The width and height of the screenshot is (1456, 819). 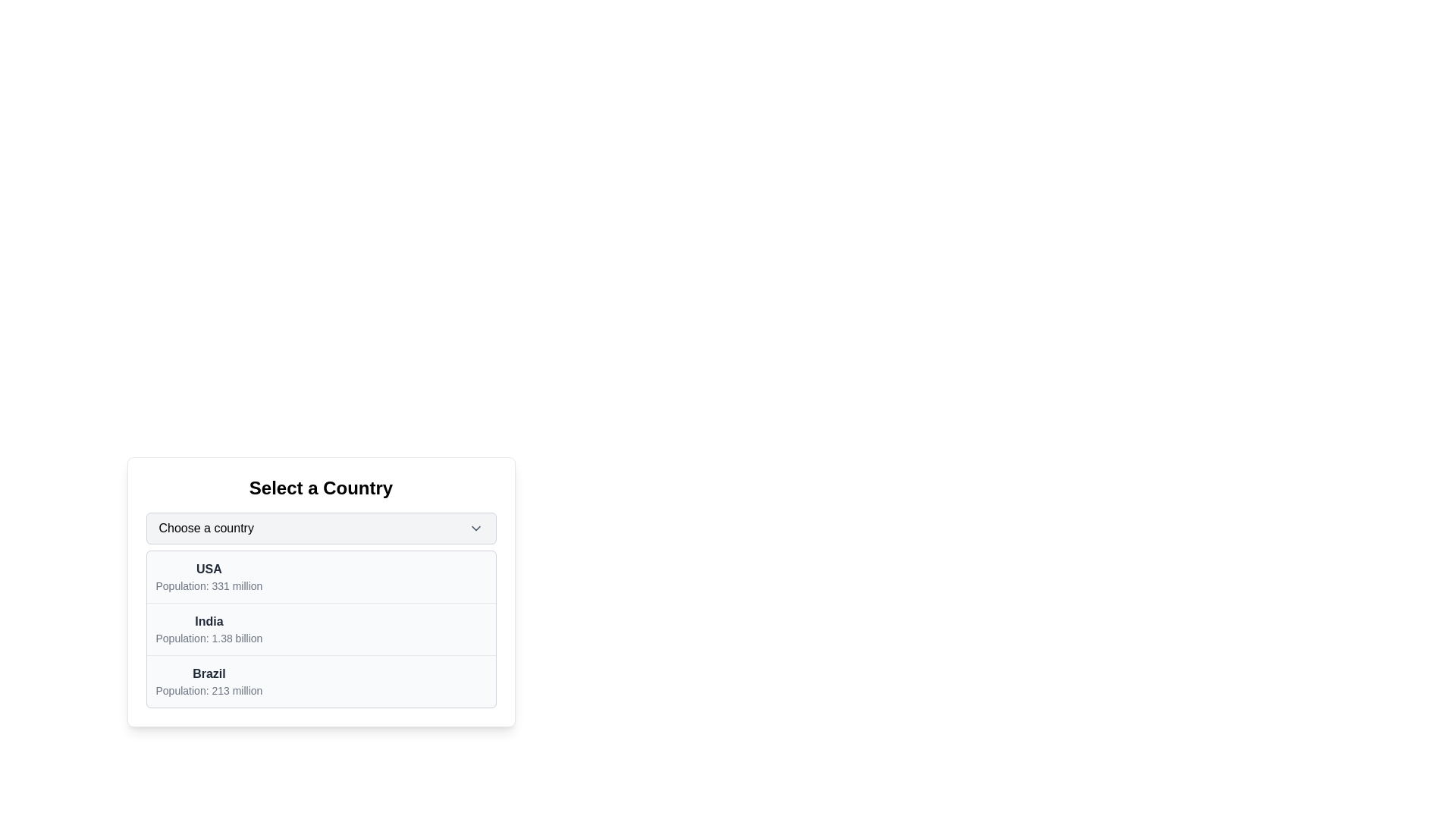 What do you see at coordinates (208, 690) in the screenshot?
I see `the label displaying population data for Brazil, which is located below the text 'Brazil' in the list` at bounding box center [208, 690].